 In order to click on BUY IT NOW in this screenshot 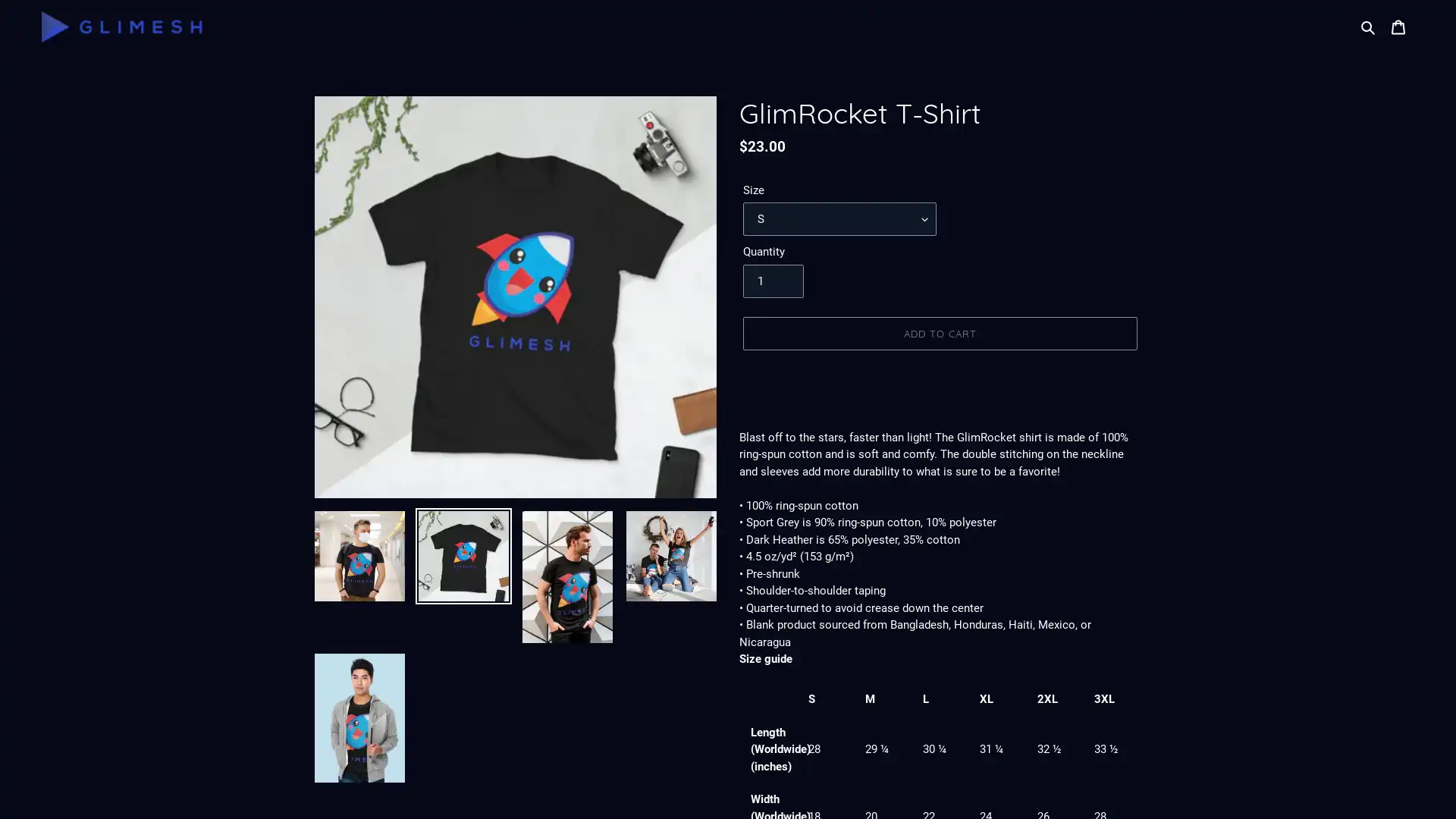, I will do `click(939, 374)`.